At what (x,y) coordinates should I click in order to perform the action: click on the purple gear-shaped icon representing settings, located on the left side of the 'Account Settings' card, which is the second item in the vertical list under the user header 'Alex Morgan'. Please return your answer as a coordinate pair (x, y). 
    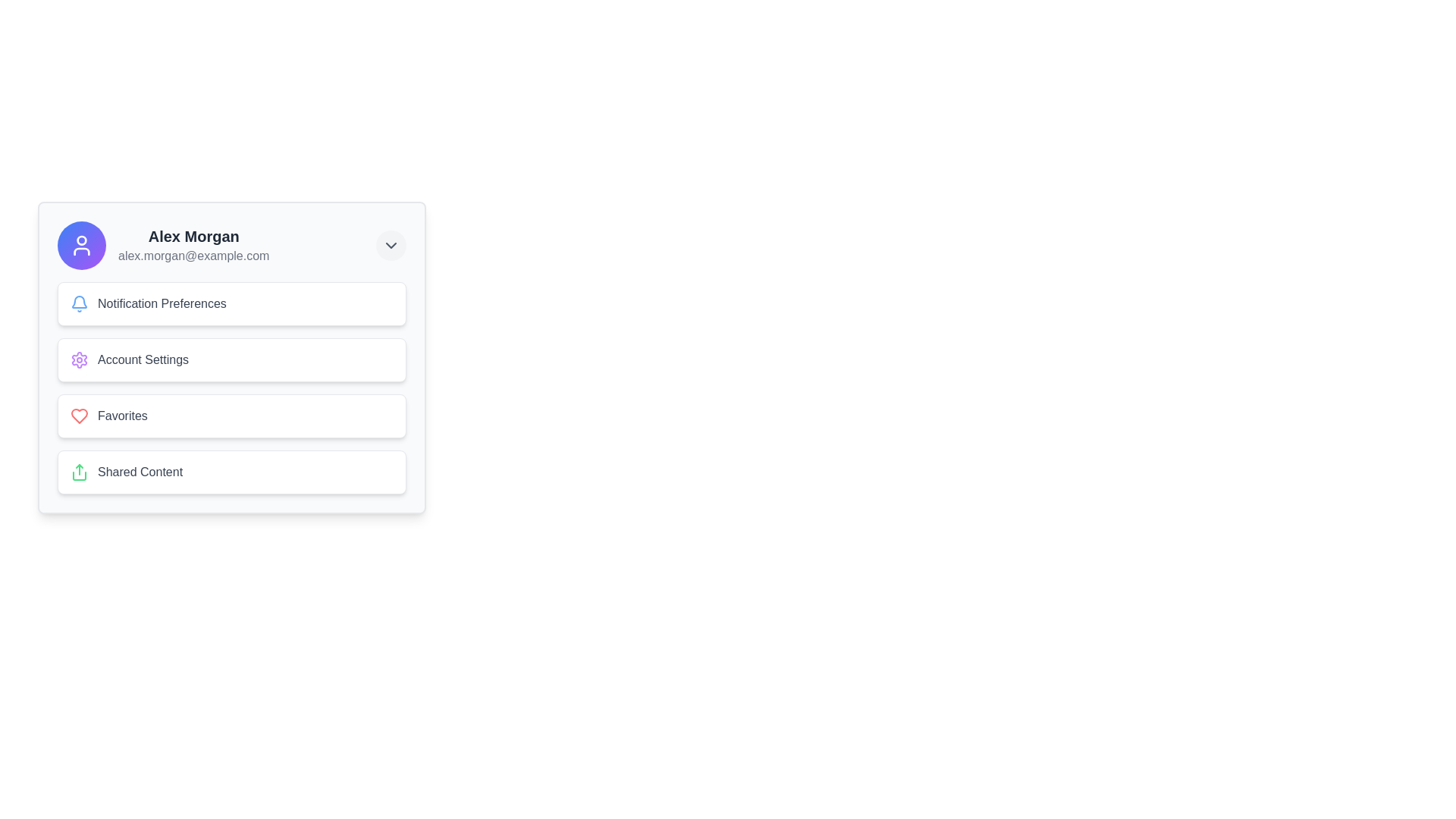
    Looking at the image, I should click on (79, 359).